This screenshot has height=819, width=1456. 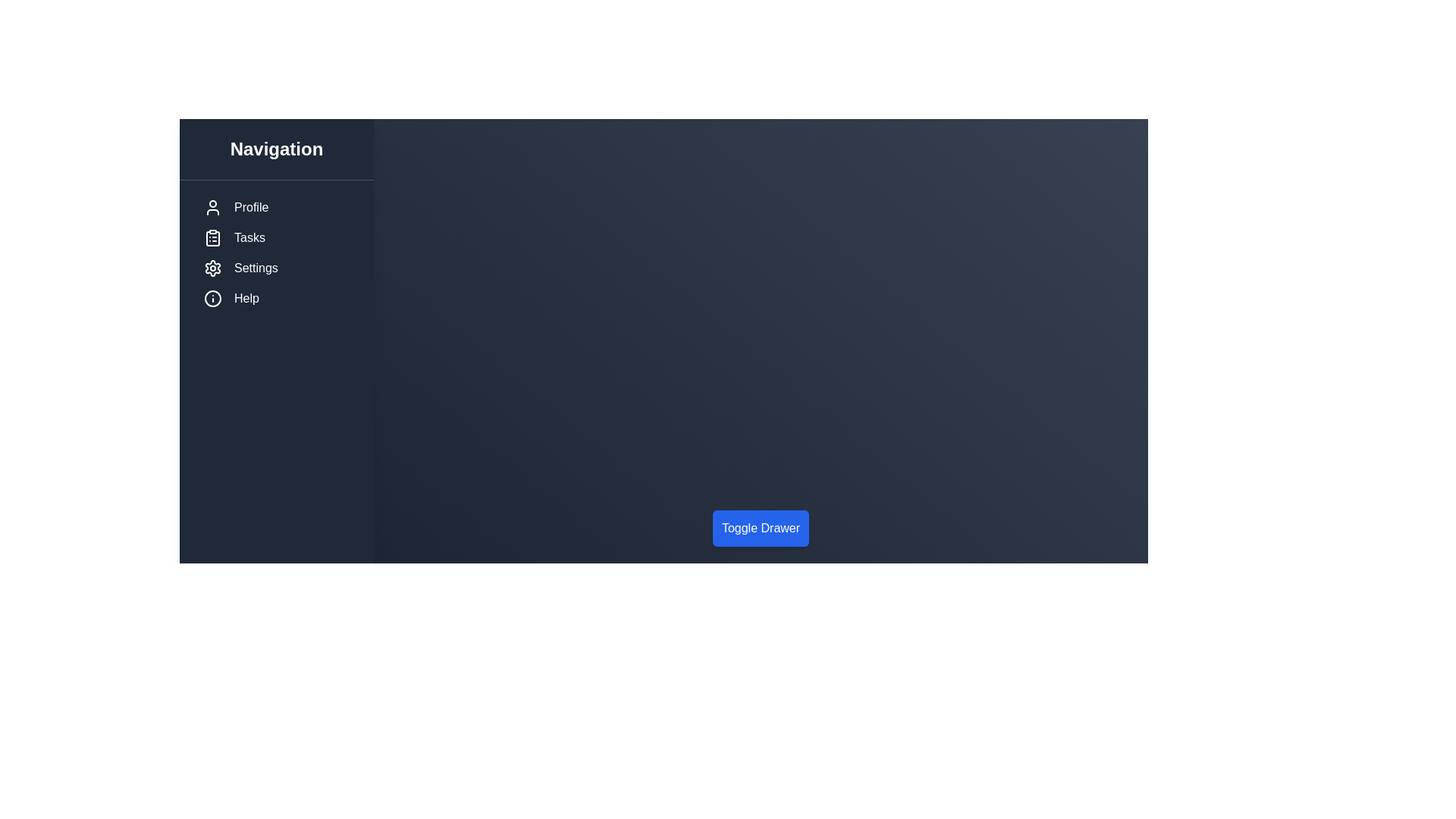 What do you see at coordinates (761, 528) in the screenshot?
I see `'Toggle Drawer' button to toggle the sidebar visibility` at bounding box center [761, 528].